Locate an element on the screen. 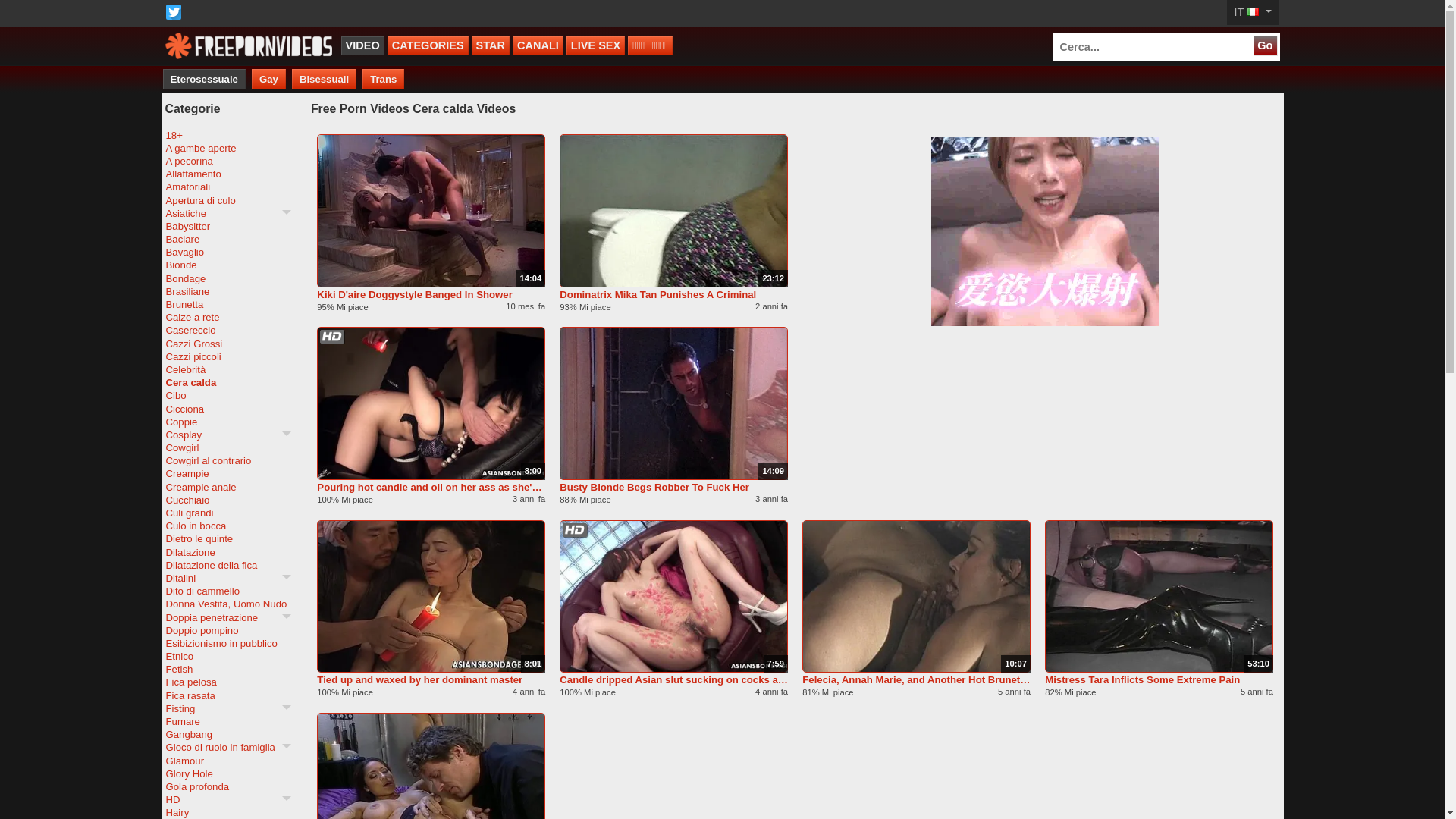 This screenshot has width=1456, height=819. 'Culo in bocca' is located at coordinates (227, 525).